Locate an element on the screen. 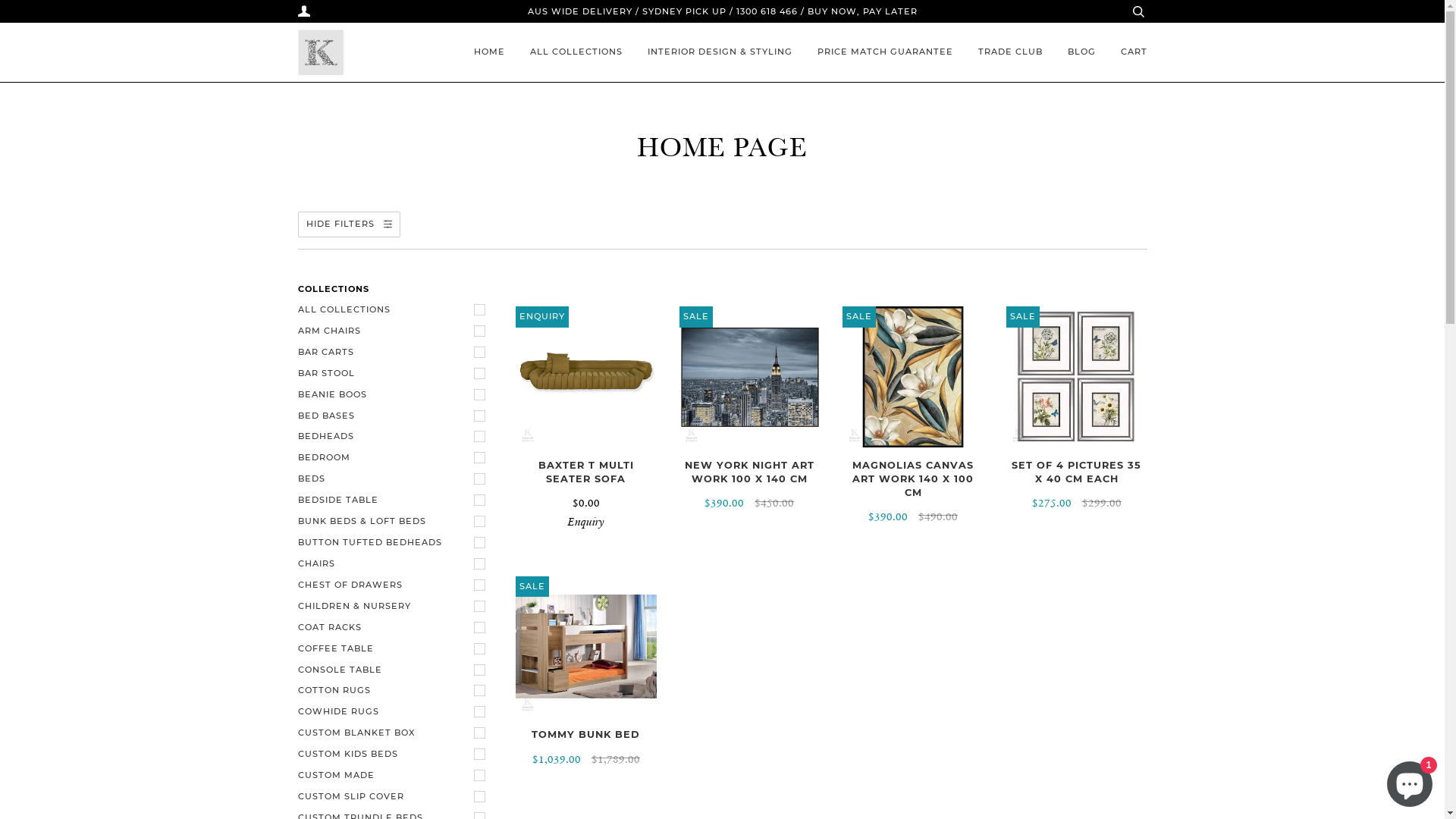 This screenshot has height=819, width=1456. 'COAT RACKS' is located at coordinates (395, 628).